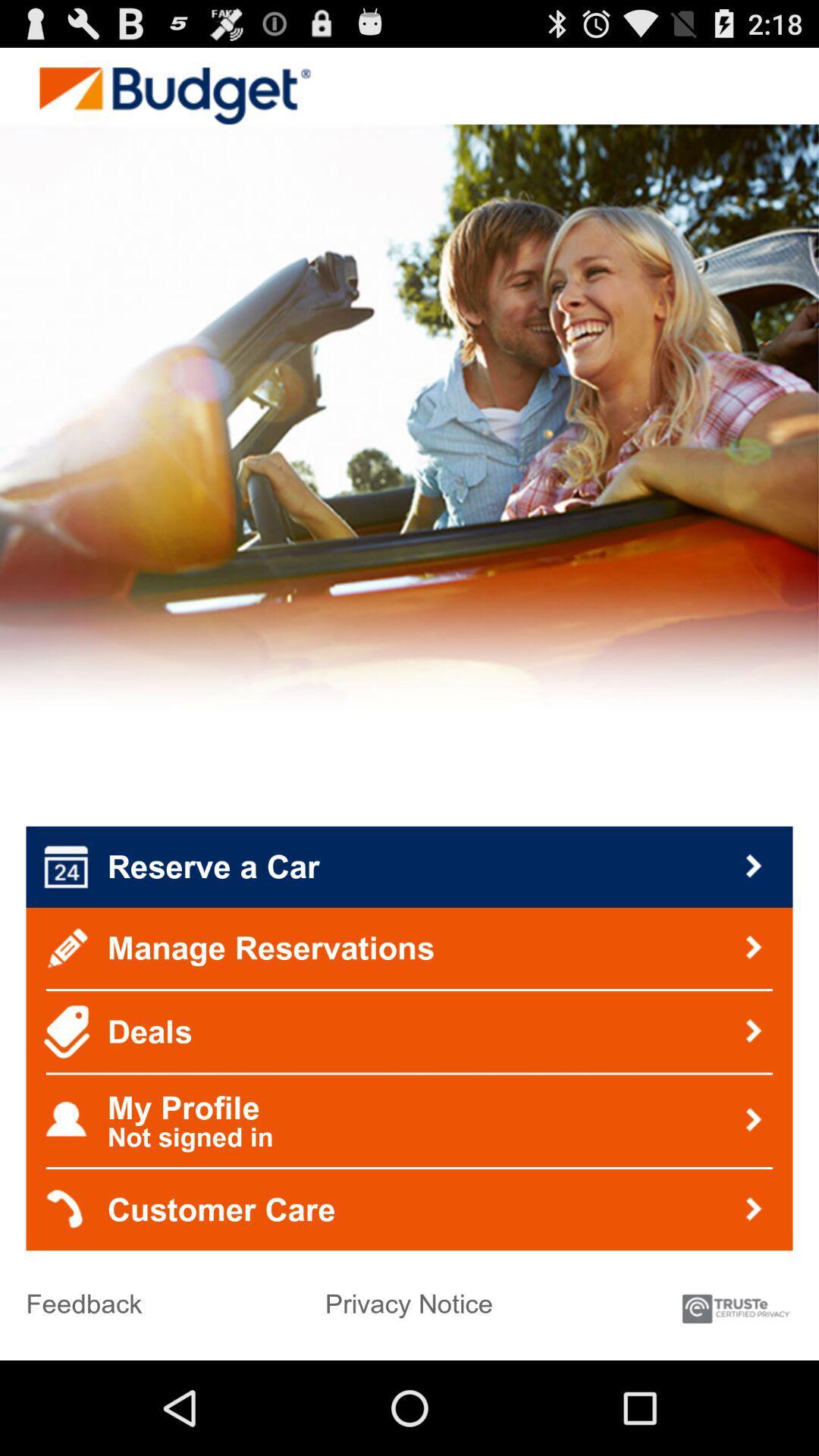 Image resolution: width=819 pixels, height=1456 pixels. I want to click on item to the right of privacy notice, so click(734, 1301).